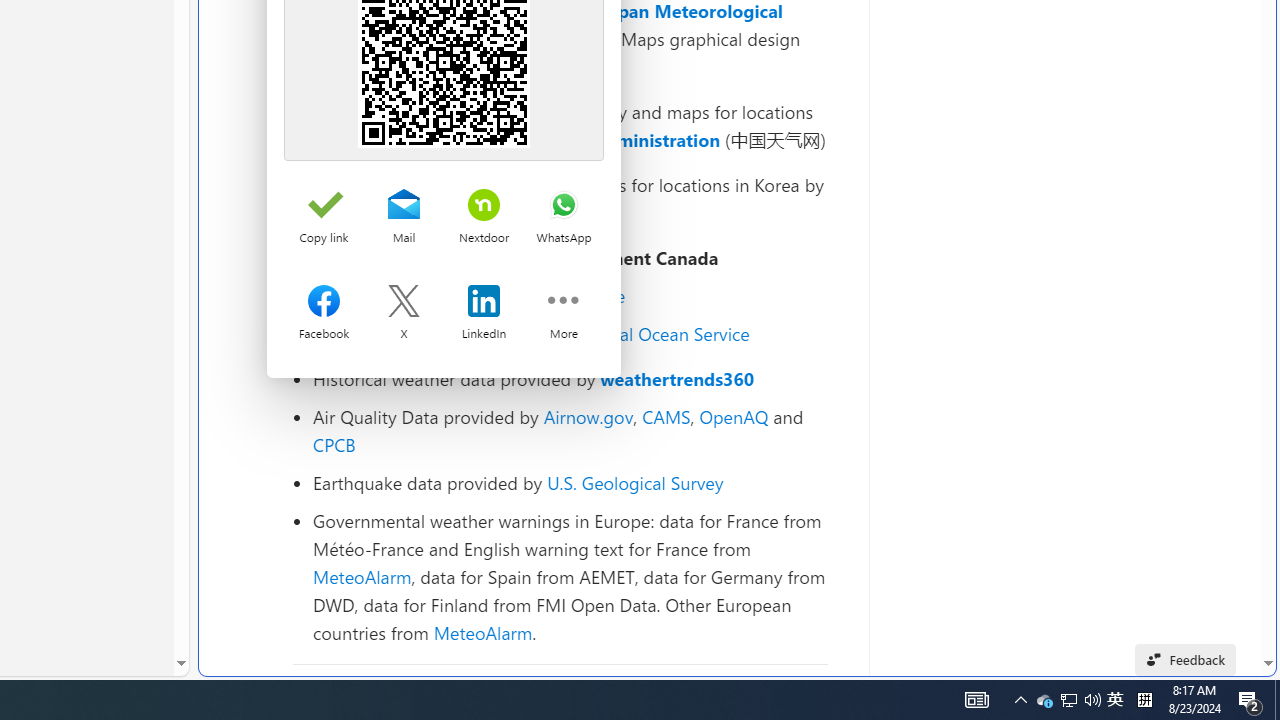 The width and height of the screenshot is (1280, 720). Describe the element at coordinates (666, 415) in the screenshot. I see `'CAMS'` at that location.